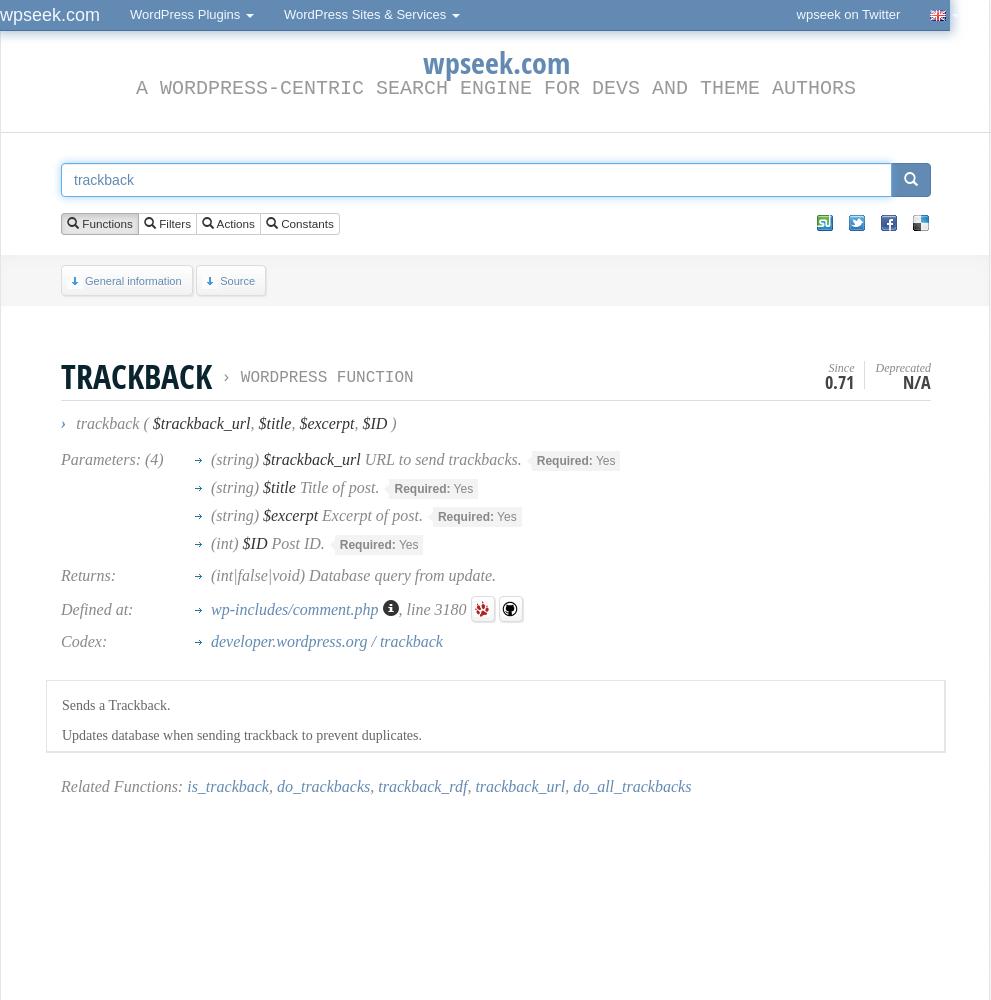 The width and height of the screenshot is (991, 1000). I want to click on 'Updates database when sending trackback to prevent duplicates.', so click(241, 734).